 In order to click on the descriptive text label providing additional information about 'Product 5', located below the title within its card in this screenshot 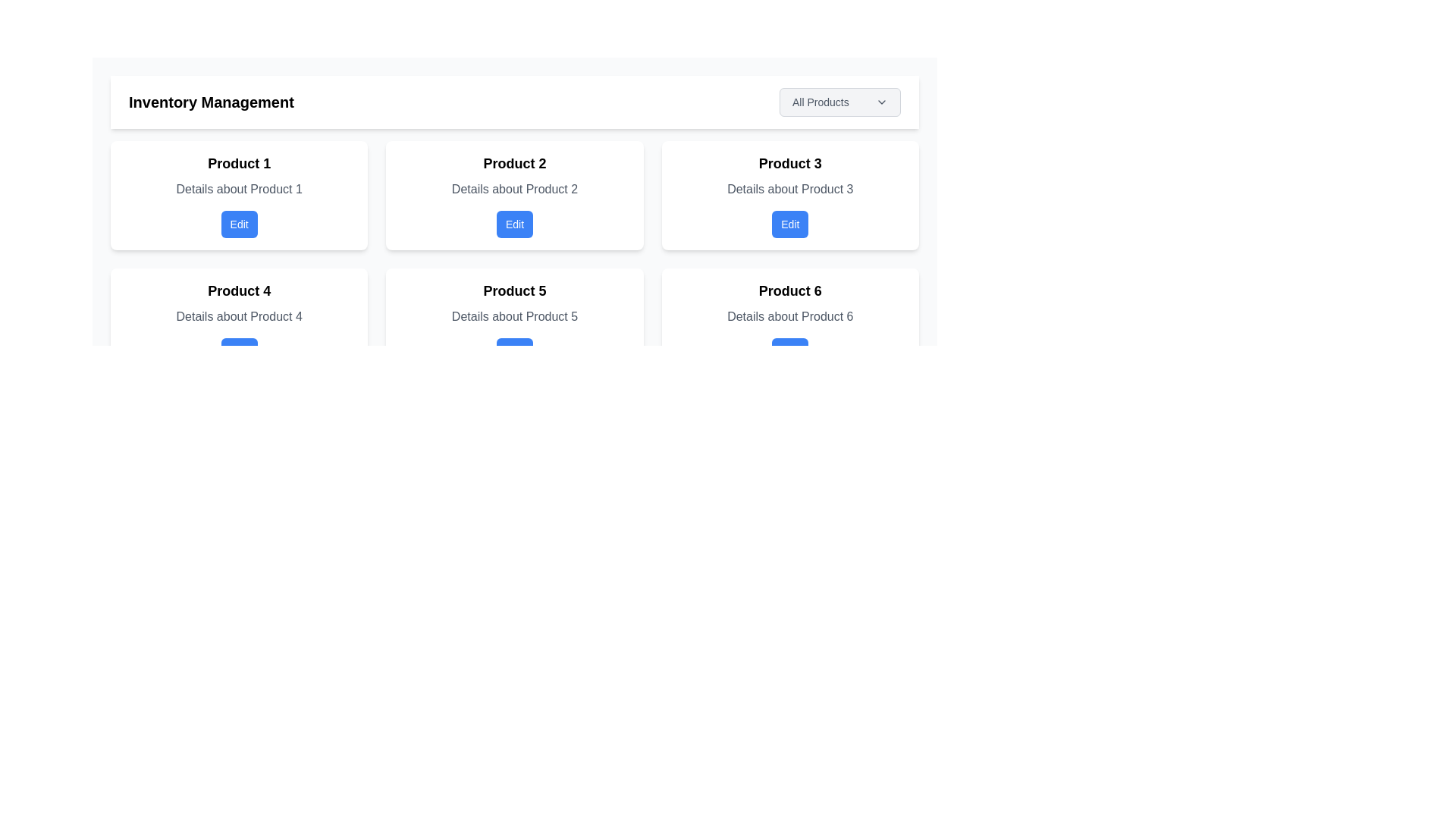, I will do `click(514, 315)`.